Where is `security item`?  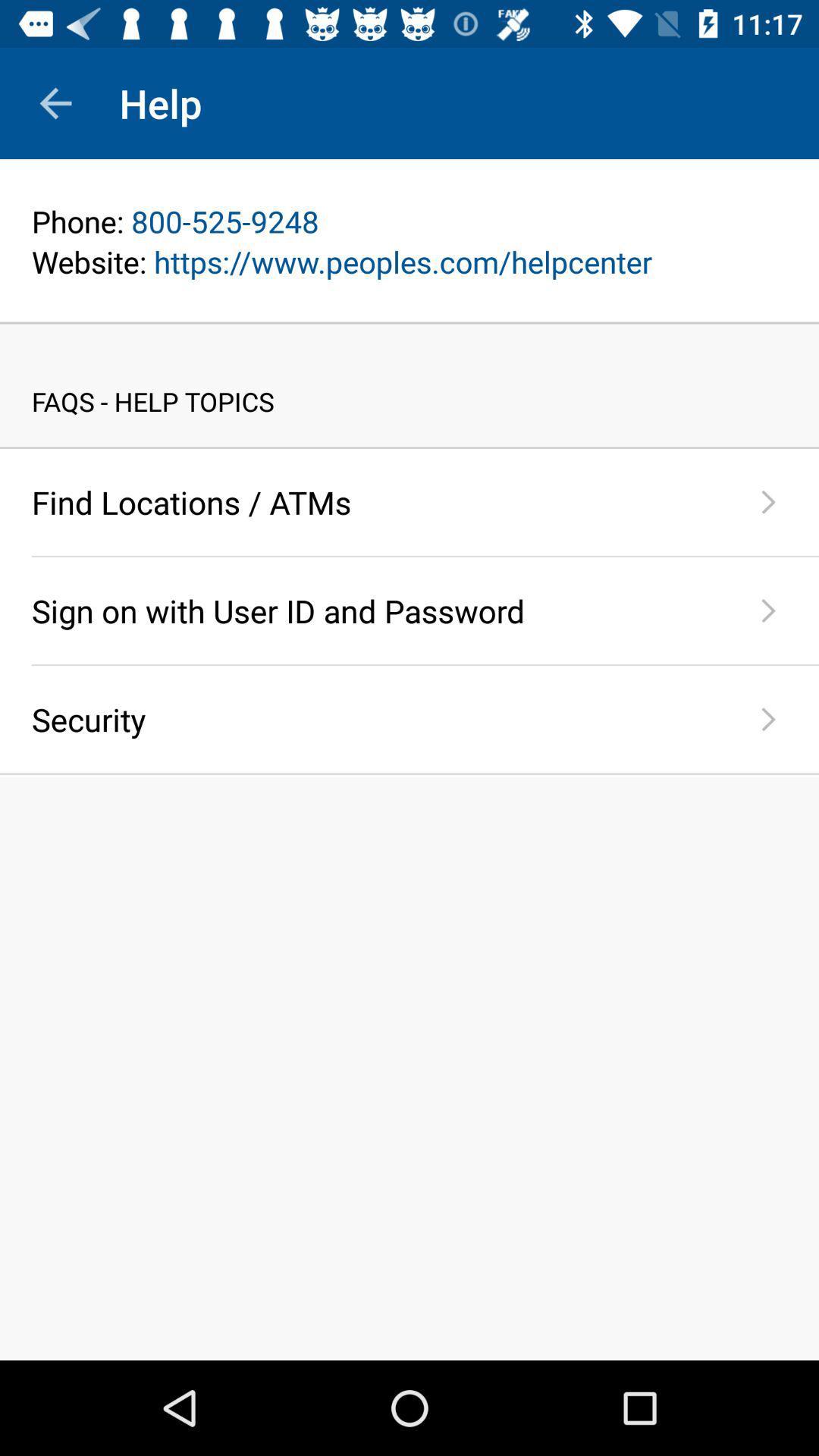 security item is located at coordinates (375, 718).